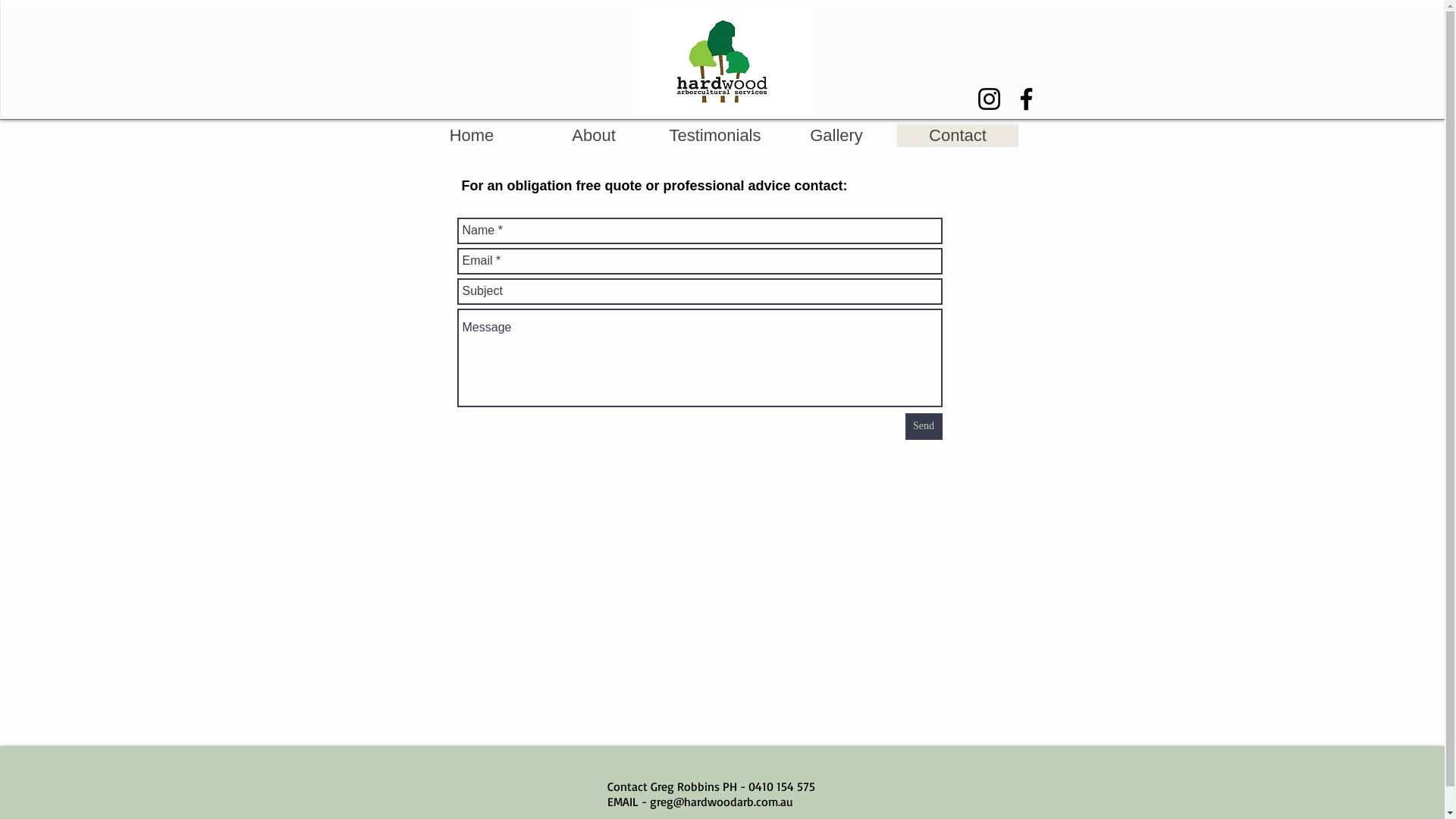 This screenshot has width=1456, height=819. What do you see at coordinates (411, 134) in the screenshot?
I see `'Home'` at bounding box center [411, 134].